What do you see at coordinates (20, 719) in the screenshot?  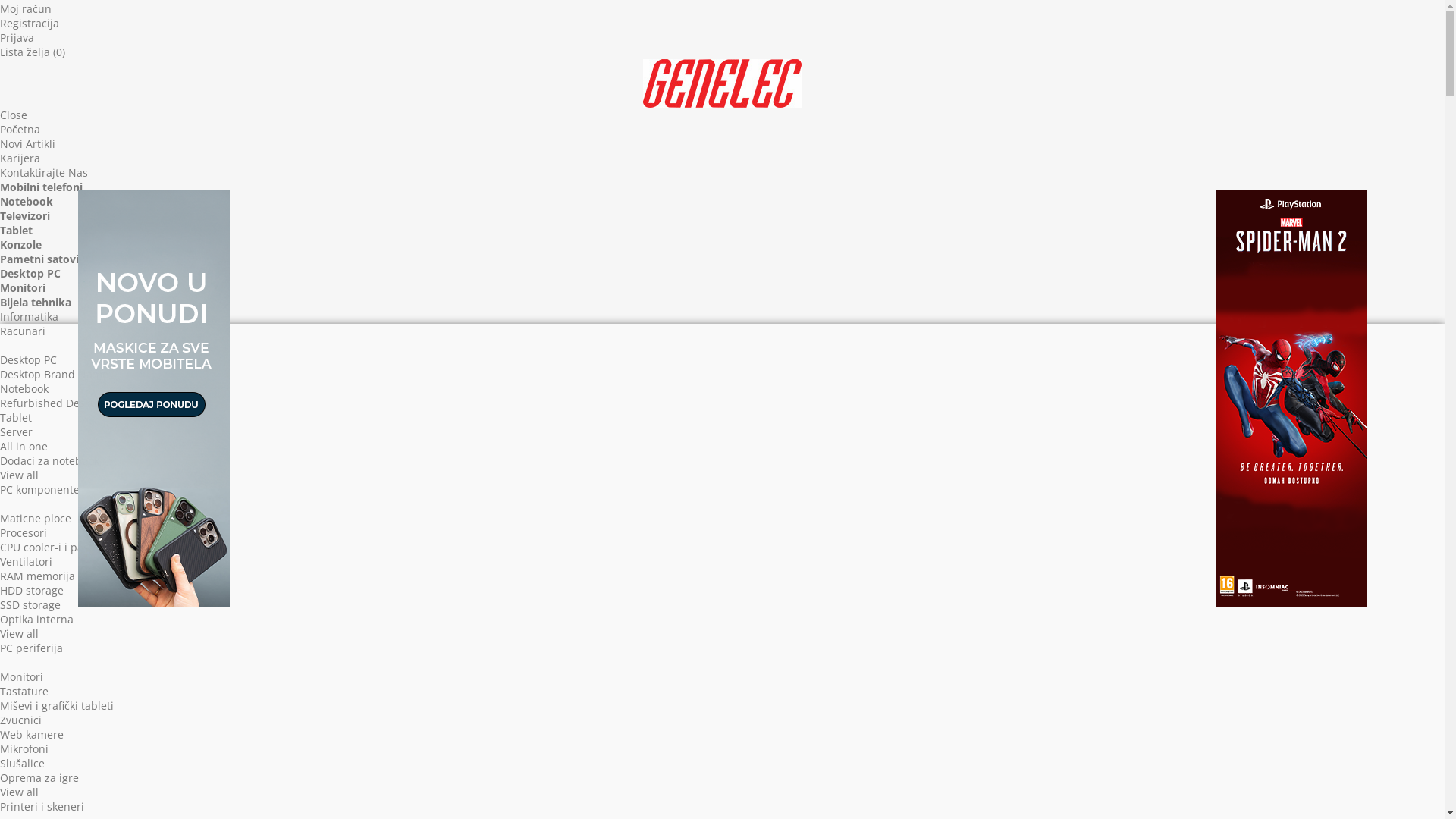 I see `'Zvucnici'` at bounding box center [20, 719].